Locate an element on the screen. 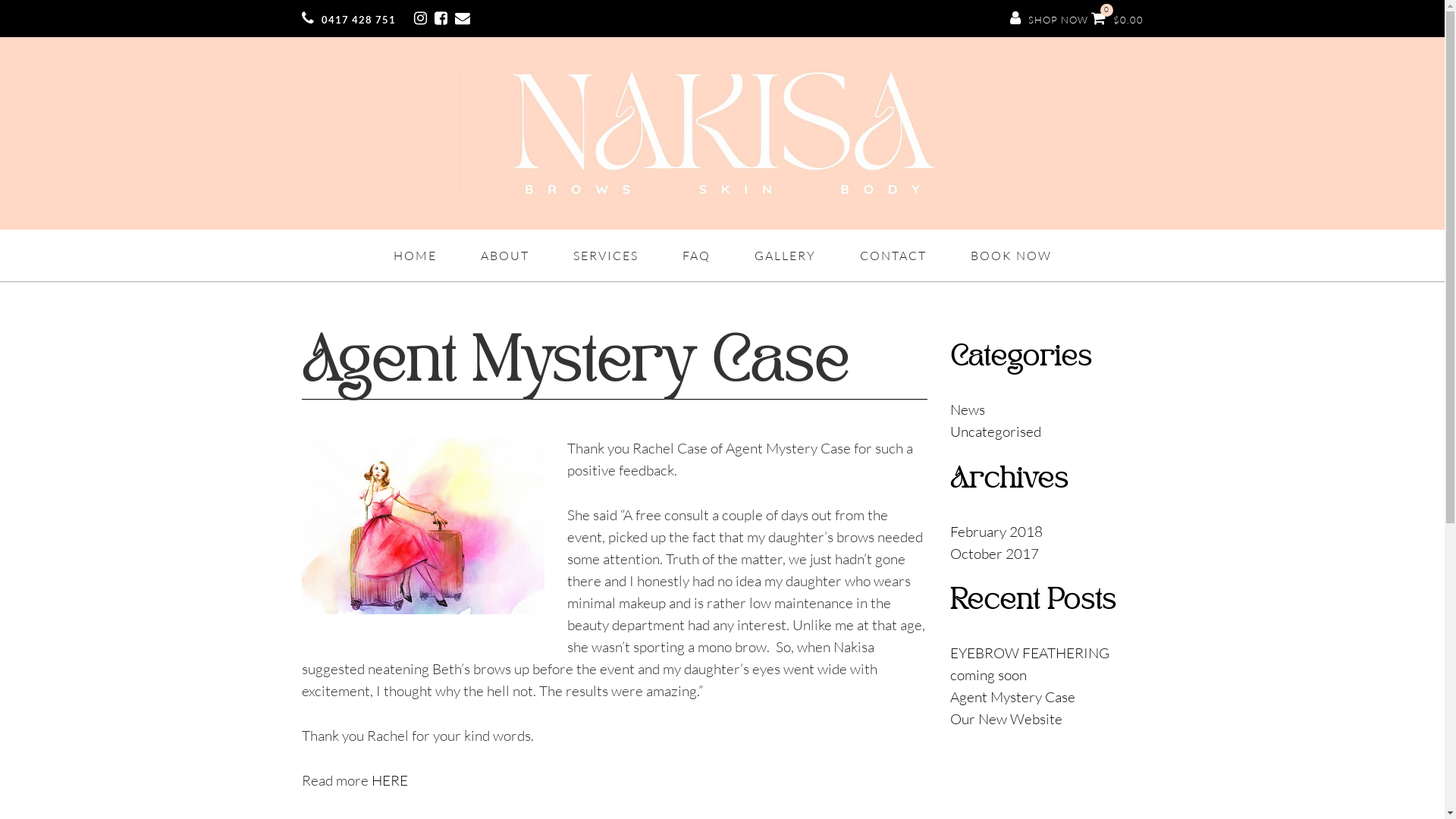 The image size is (1456, 819). 'EYEBROW FEATHERING coming soon' is located at coordinates (949, 663).